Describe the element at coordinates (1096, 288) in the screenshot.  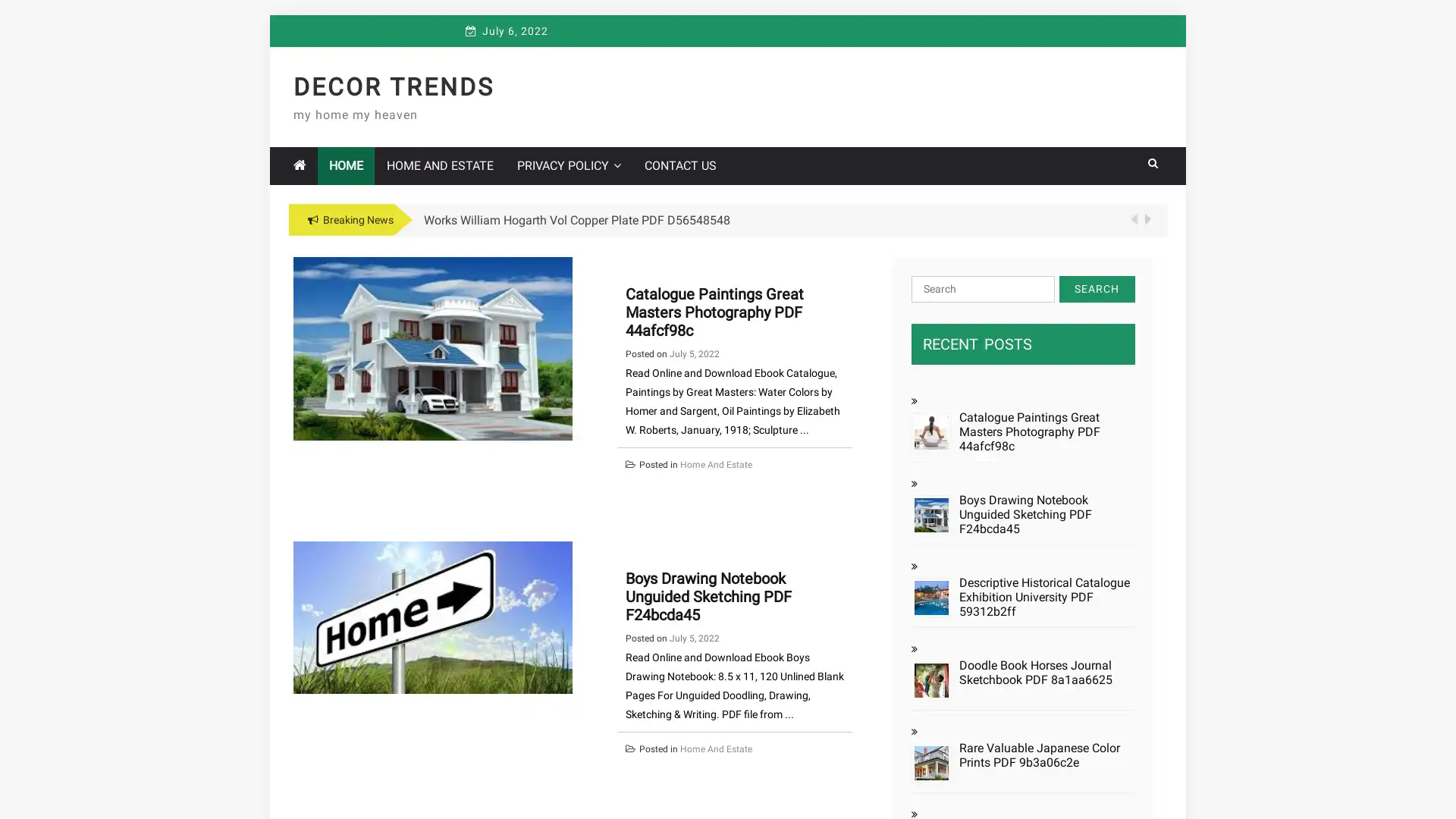
I see `Search` at that location.